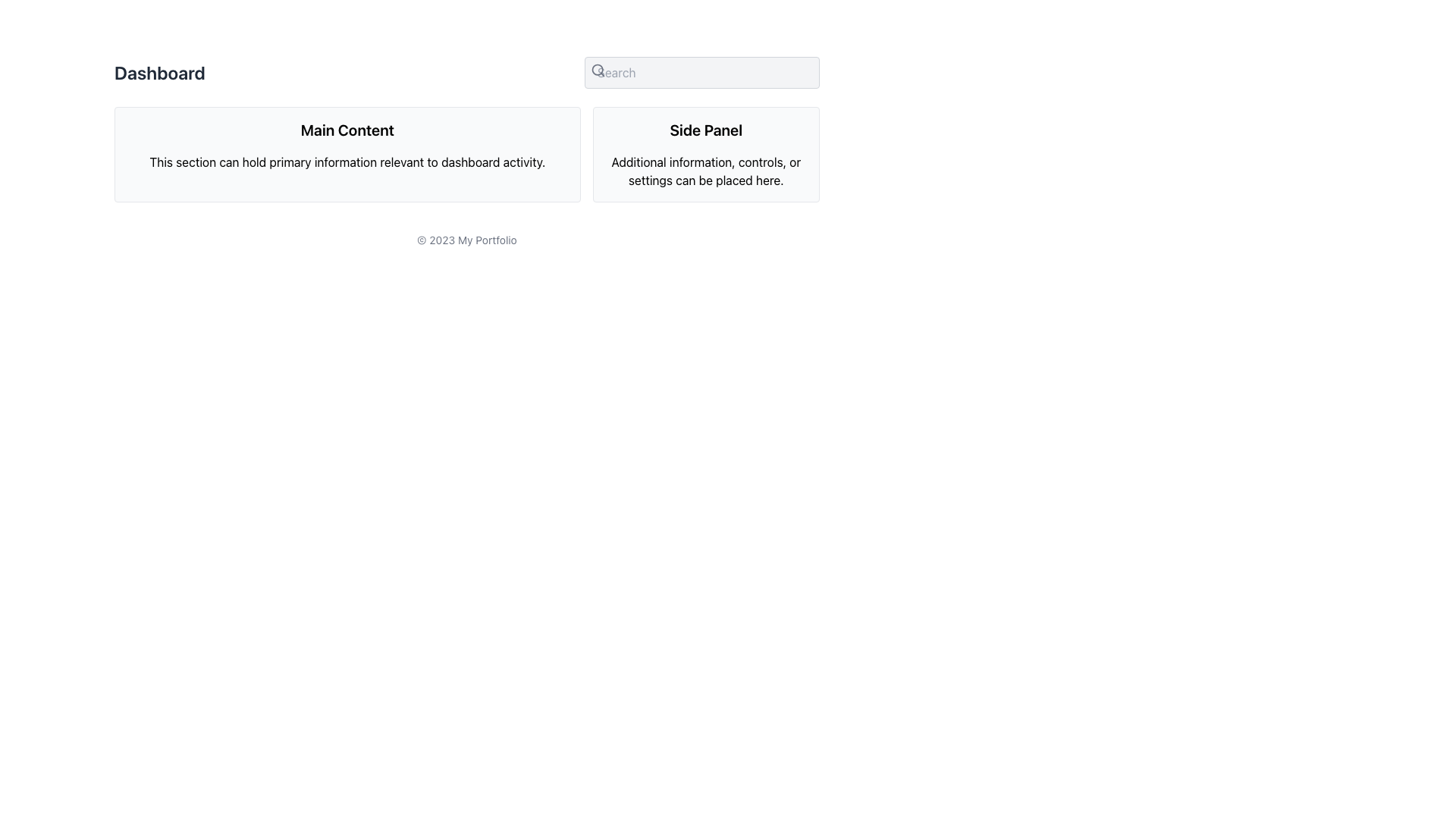  What do you see at coordinates (705, 130) in the screenshot?
I see `header text in the top-right section of the layout that indicates the purpose of the side panel` at bounding box center [705, 130].